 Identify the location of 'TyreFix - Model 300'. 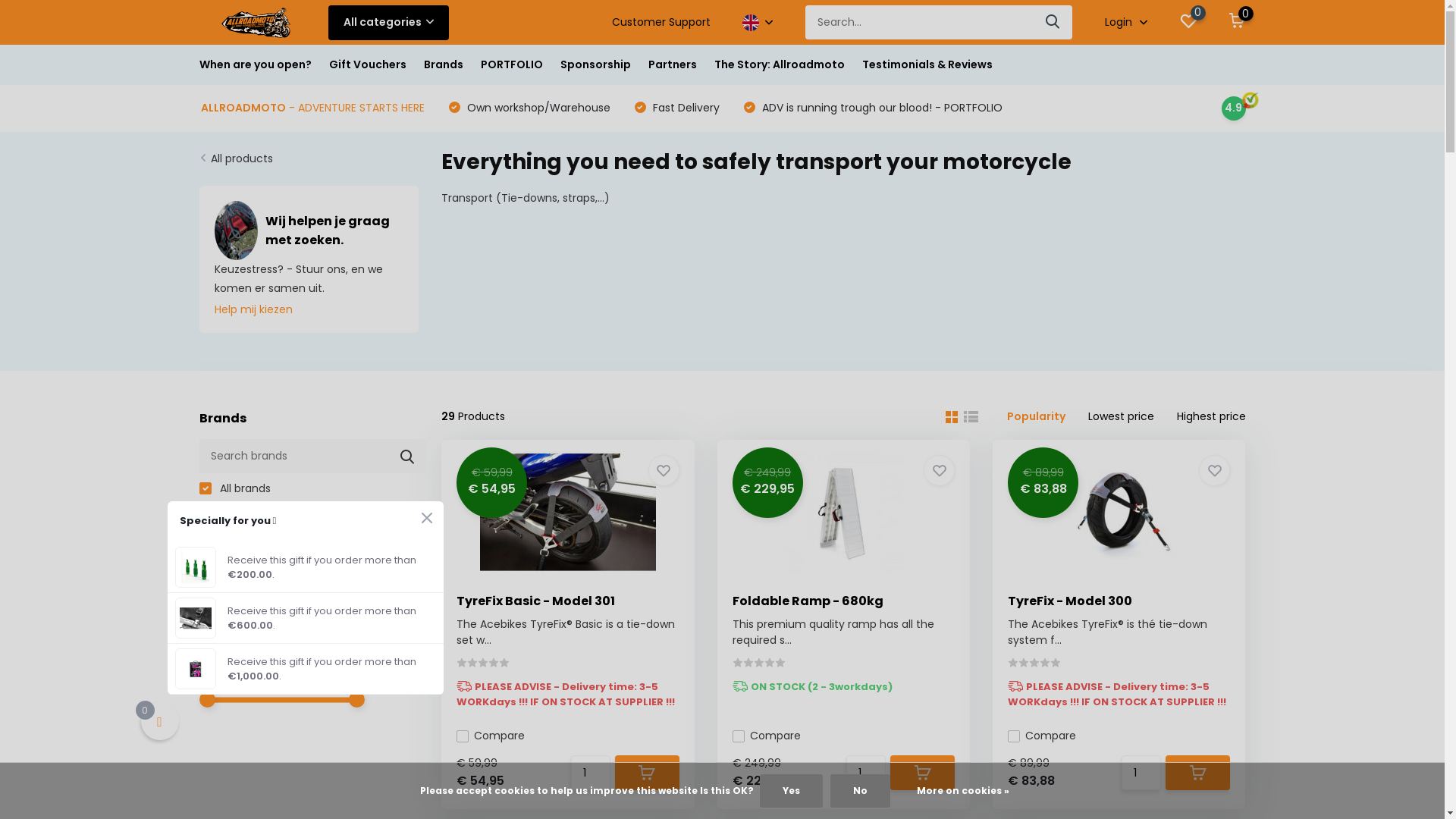
(1069, 600).